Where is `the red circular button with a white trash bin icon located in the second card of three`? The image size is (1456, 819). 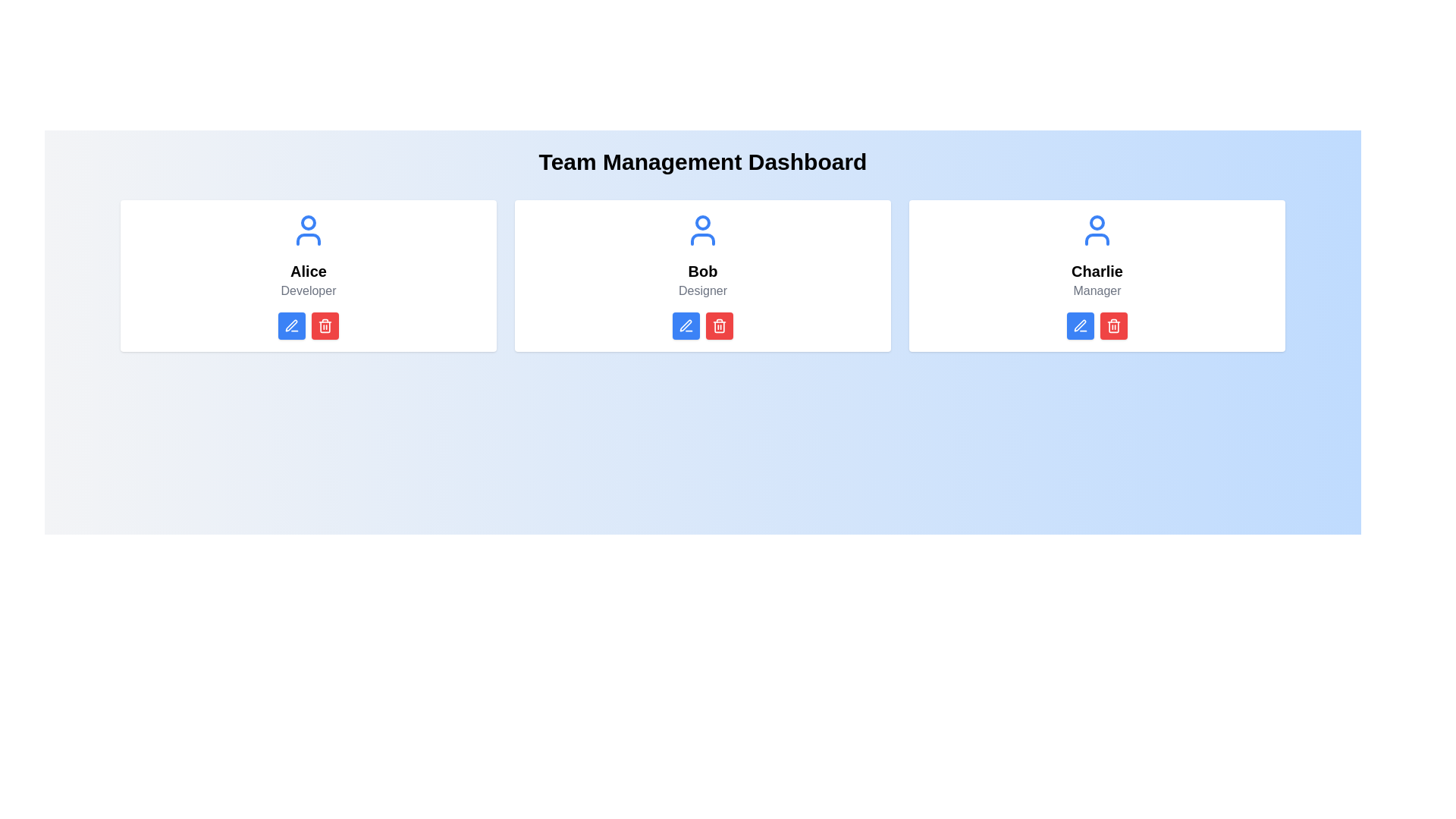
the red circular button with a white trash bin icon located in the second card of three is located at coordinates (719, 325).